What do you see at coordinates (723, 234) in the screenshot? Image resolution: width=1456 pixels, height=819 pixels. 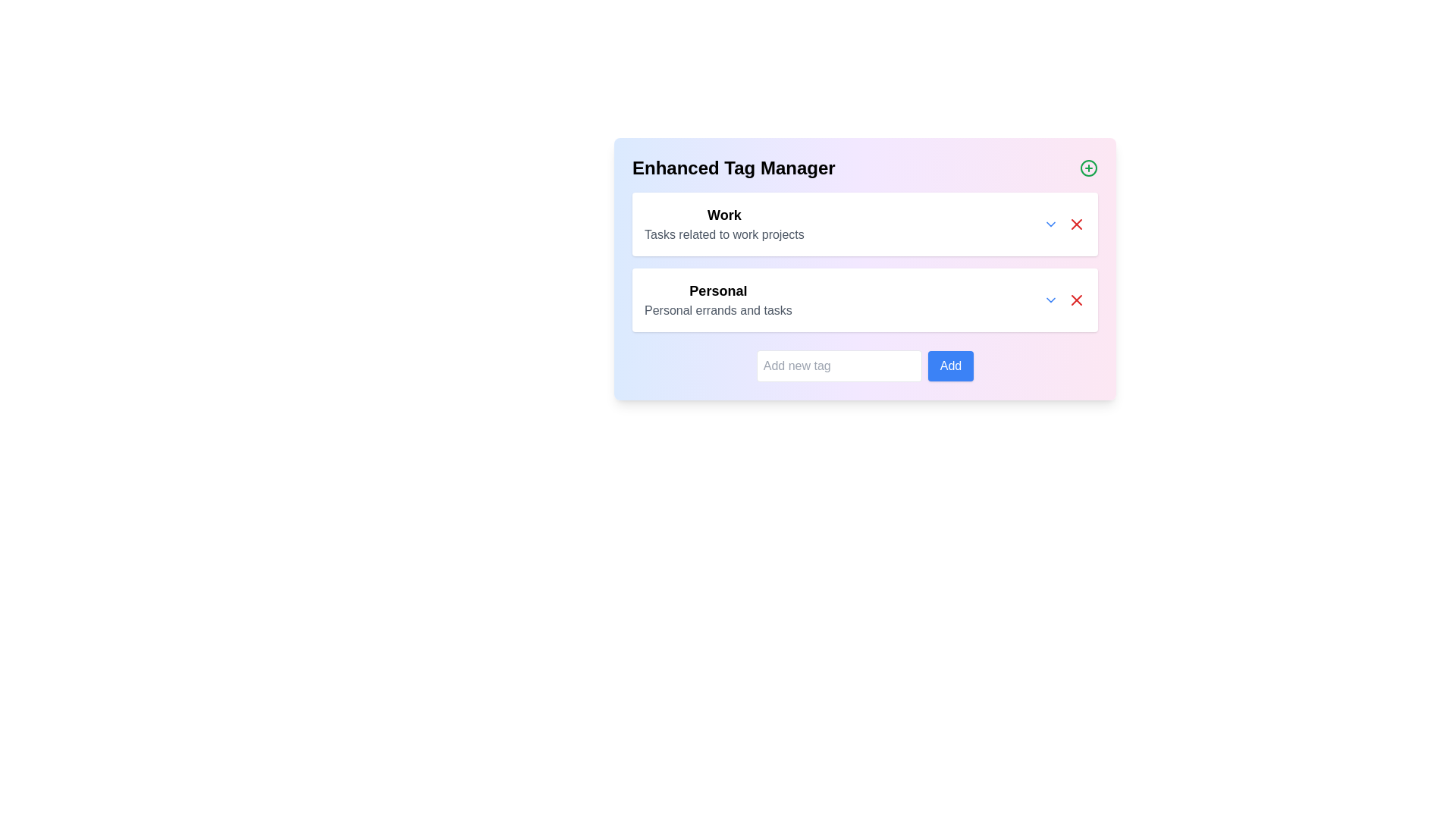 I see `the Text Label that provides supplementary description for the 'Work' section, located beneath the title 'Work' in the top section of the card-like interface` at bounding box center [723, 234].